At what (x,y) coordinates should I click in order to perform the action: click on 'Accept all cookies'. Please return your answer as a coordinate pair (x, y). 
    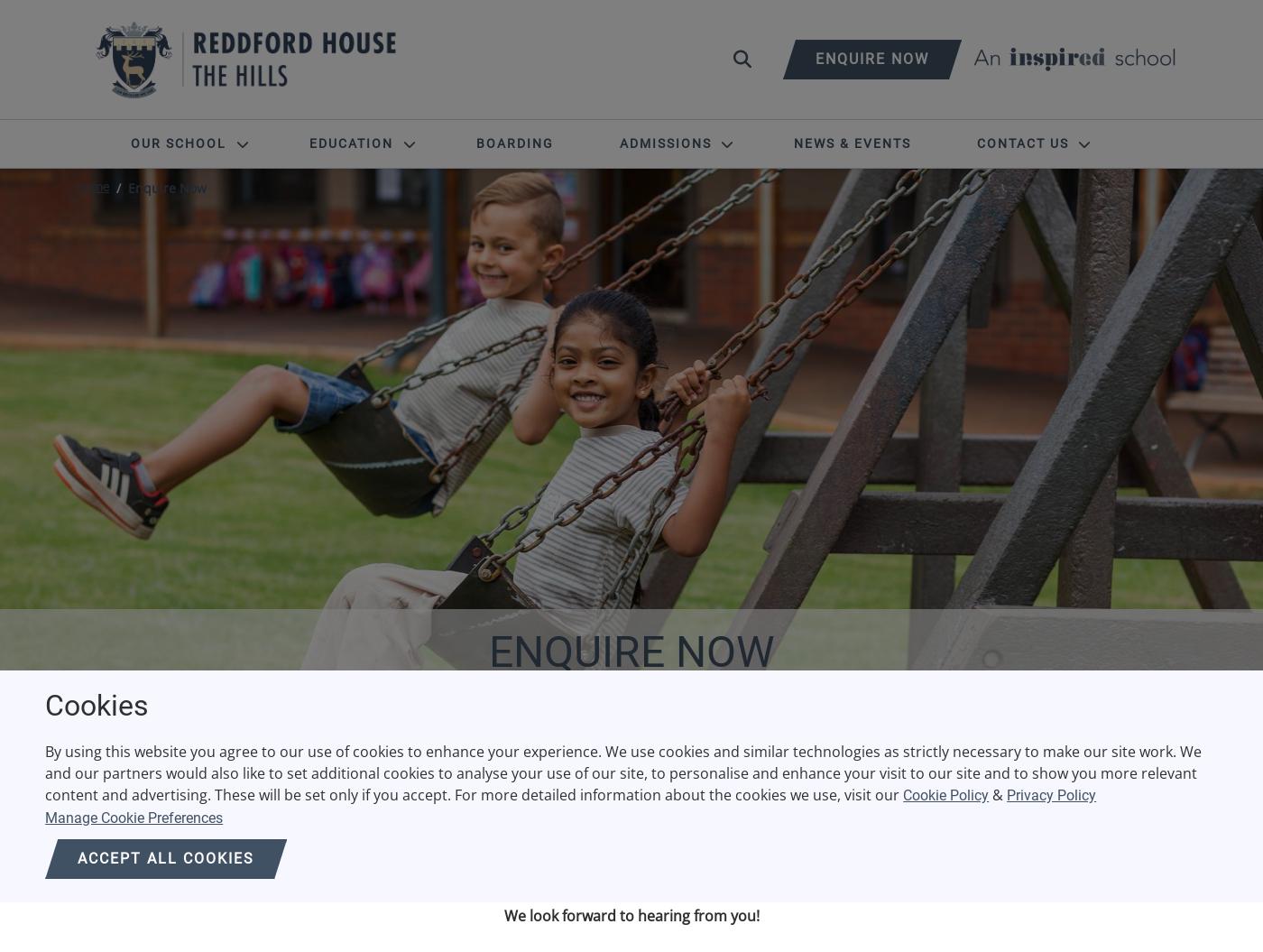
    Looking at the image, I should click on (77, 858).